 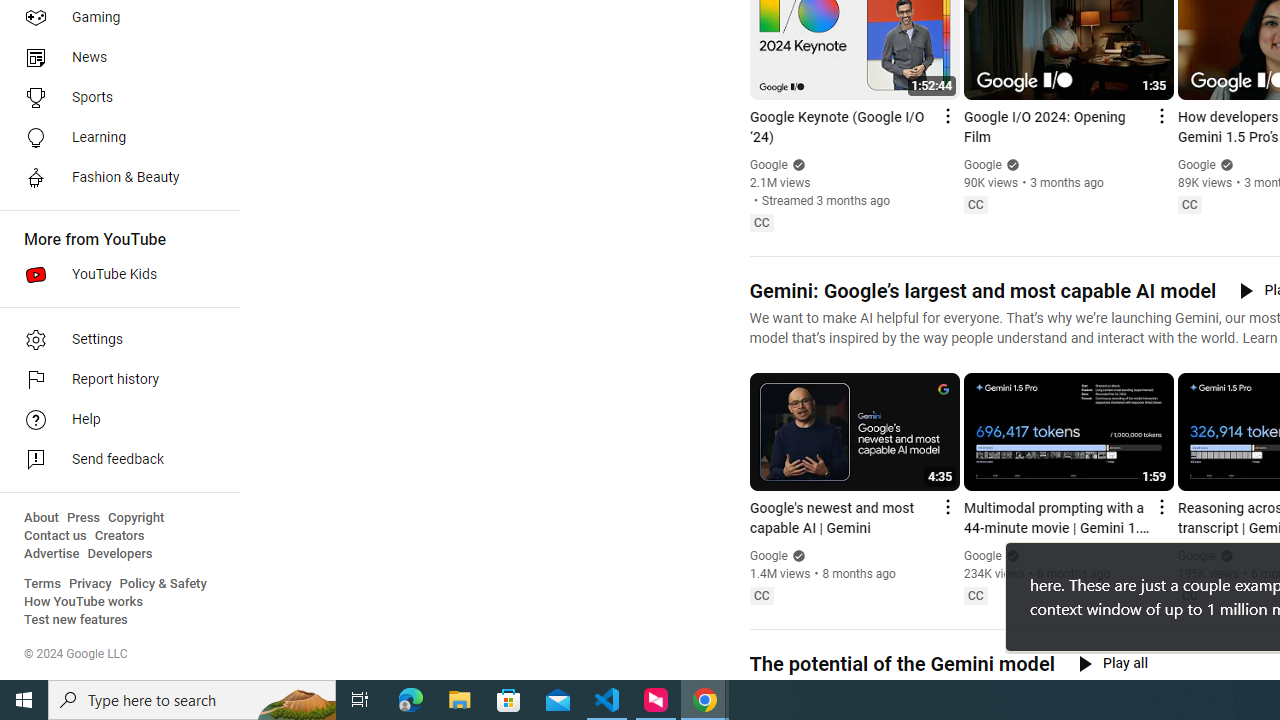 I want to click on 'Copyright', so click(x=135, y=517).